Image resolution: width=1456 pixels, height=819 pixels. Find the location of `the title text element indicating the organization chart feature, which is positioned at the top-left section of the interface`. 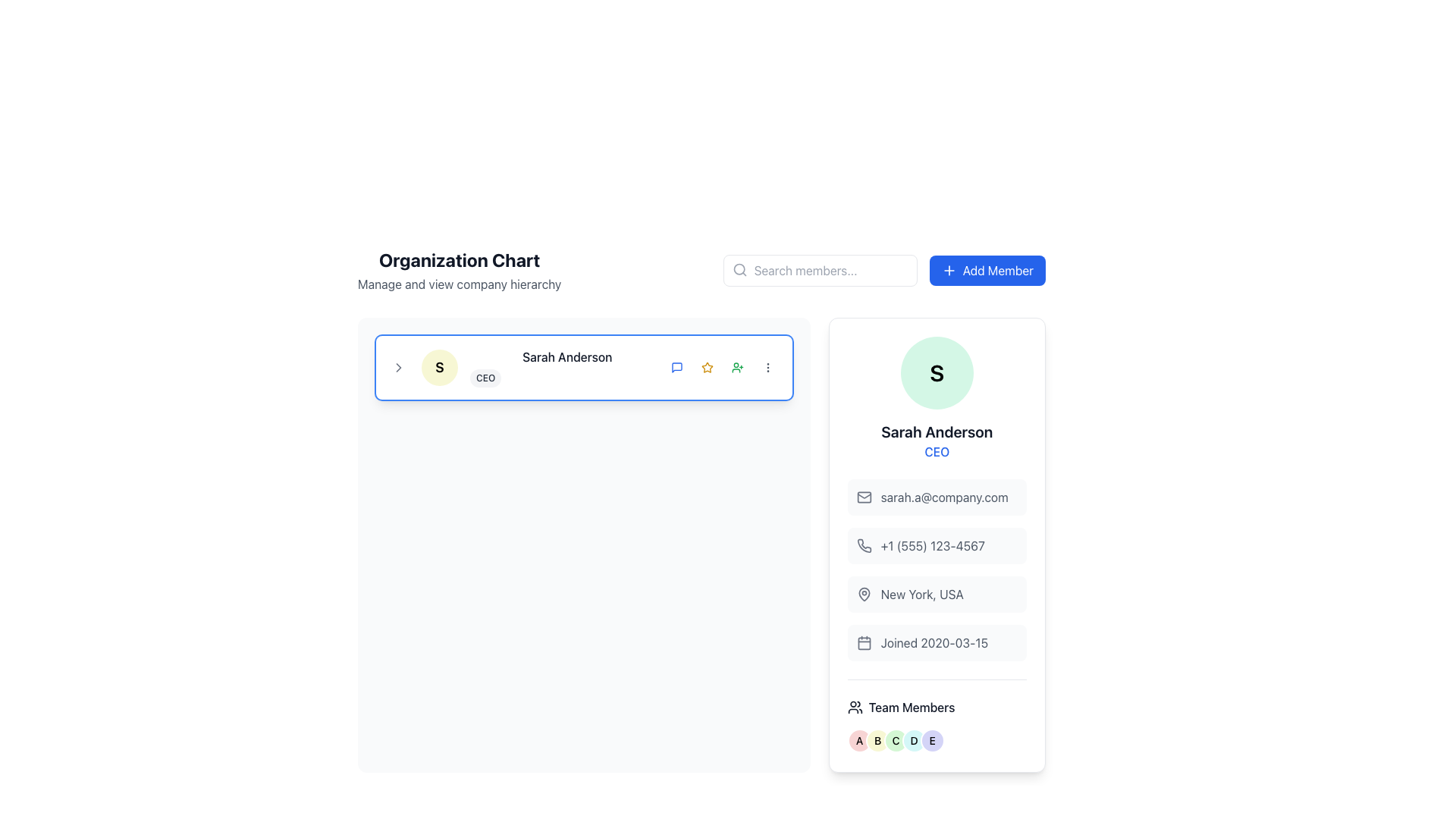

the title text element indicating the organization chart feature, which is positioned at the top-left section of the interface is located at coordinates (459, 259).